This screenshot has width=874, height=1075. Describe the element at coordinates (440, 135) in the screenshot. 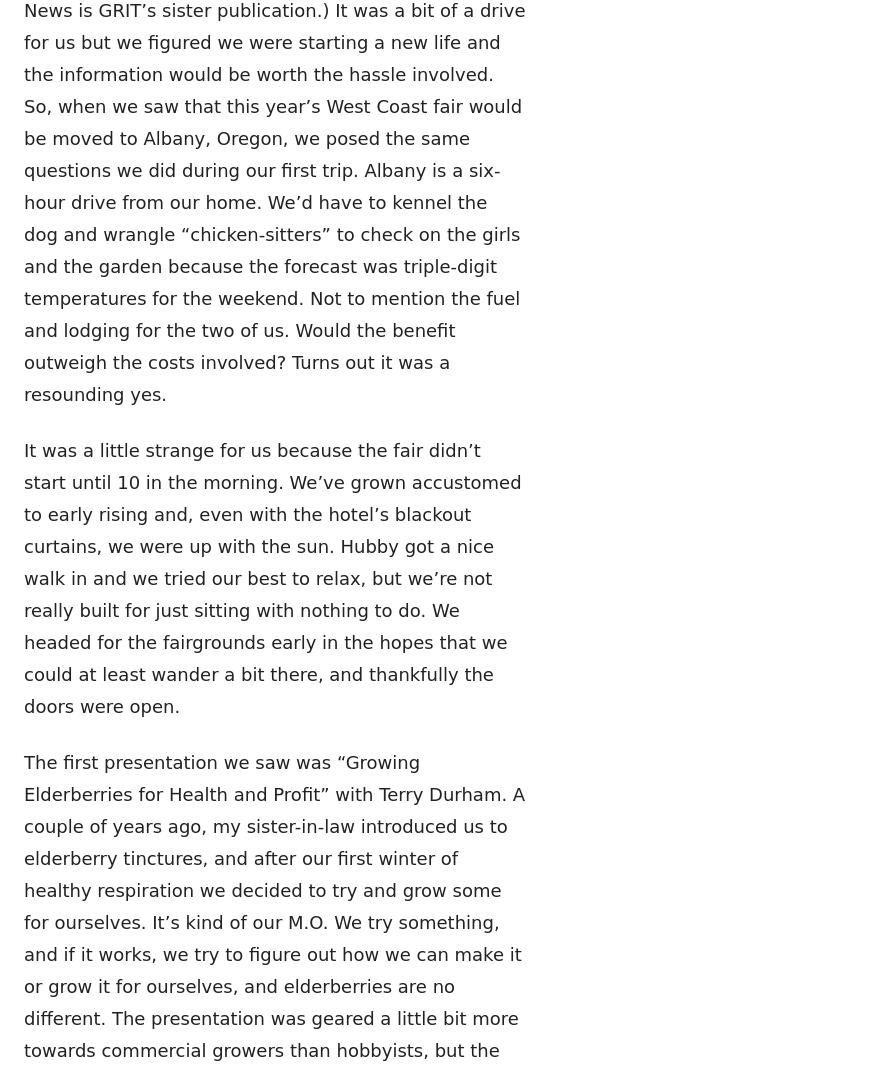

I see `'Get the Nitty-GRIT-ty on Rural Living!'` at that location.